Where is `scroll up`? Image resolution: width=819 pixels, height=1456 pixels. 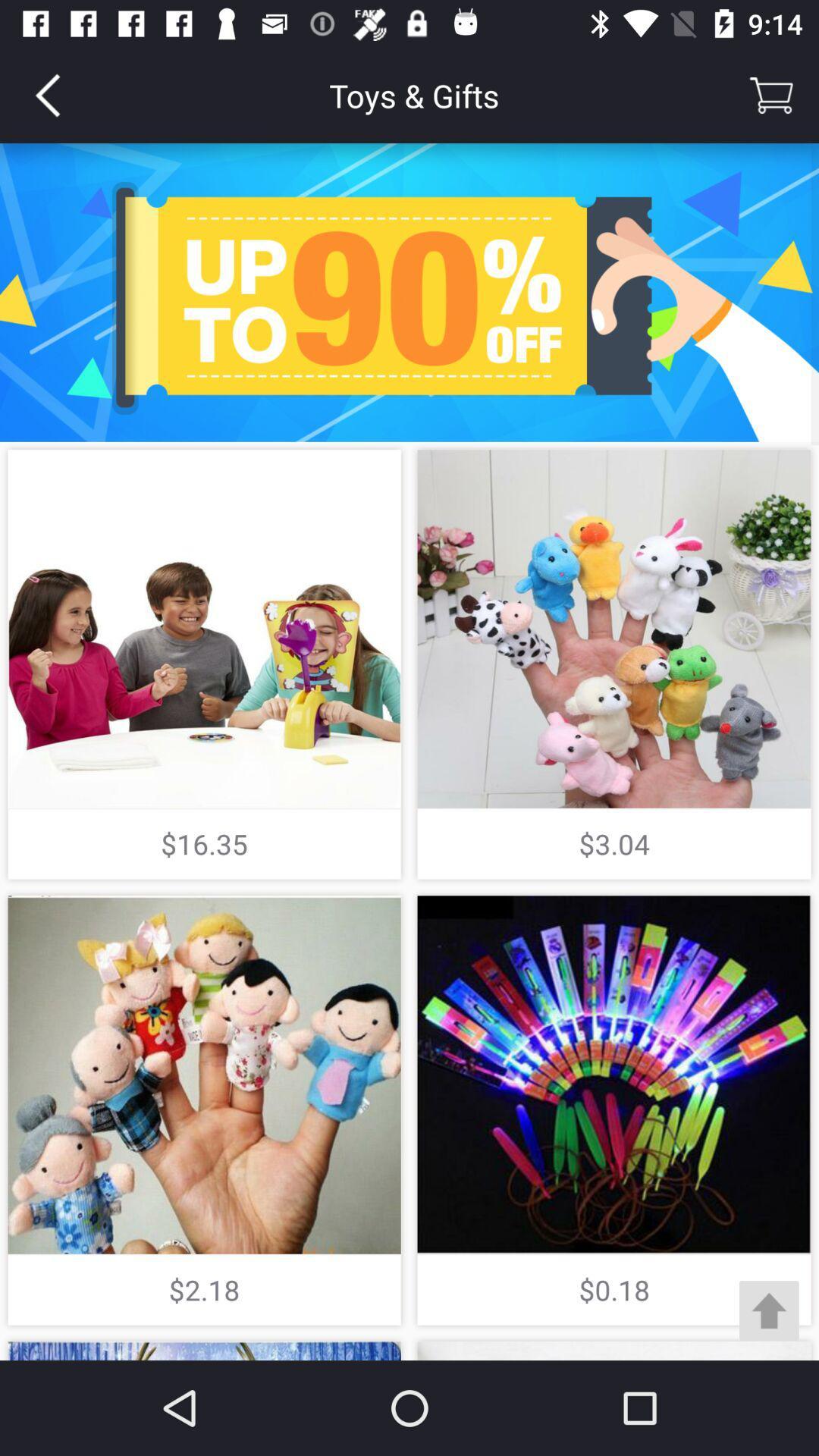 scroll up is located at coordinates (769, 1310).